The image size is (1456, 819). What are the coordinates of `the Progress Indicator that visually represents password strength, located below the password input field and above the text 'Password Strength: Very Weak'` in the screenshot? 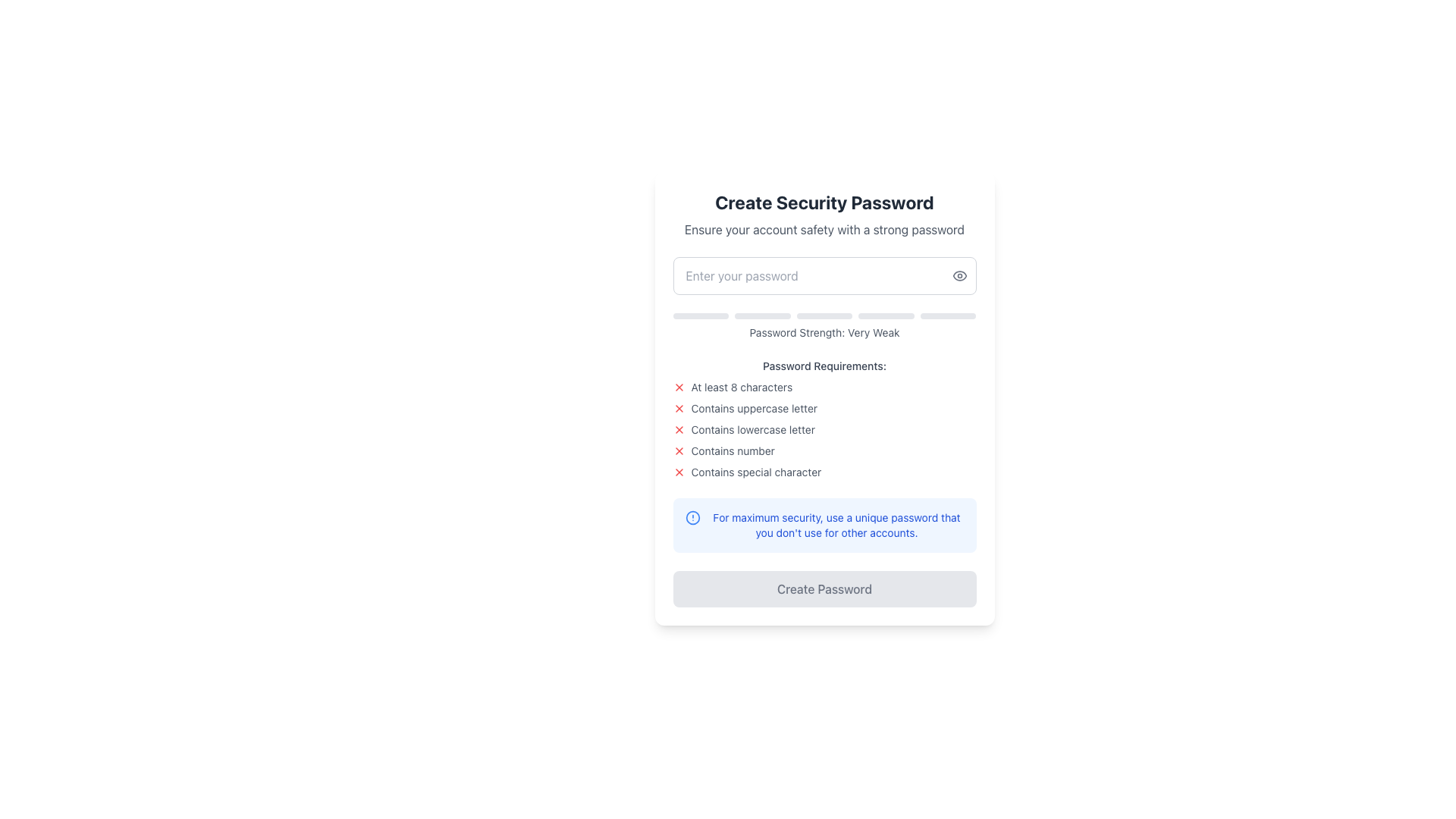 It's located at (824, 315).